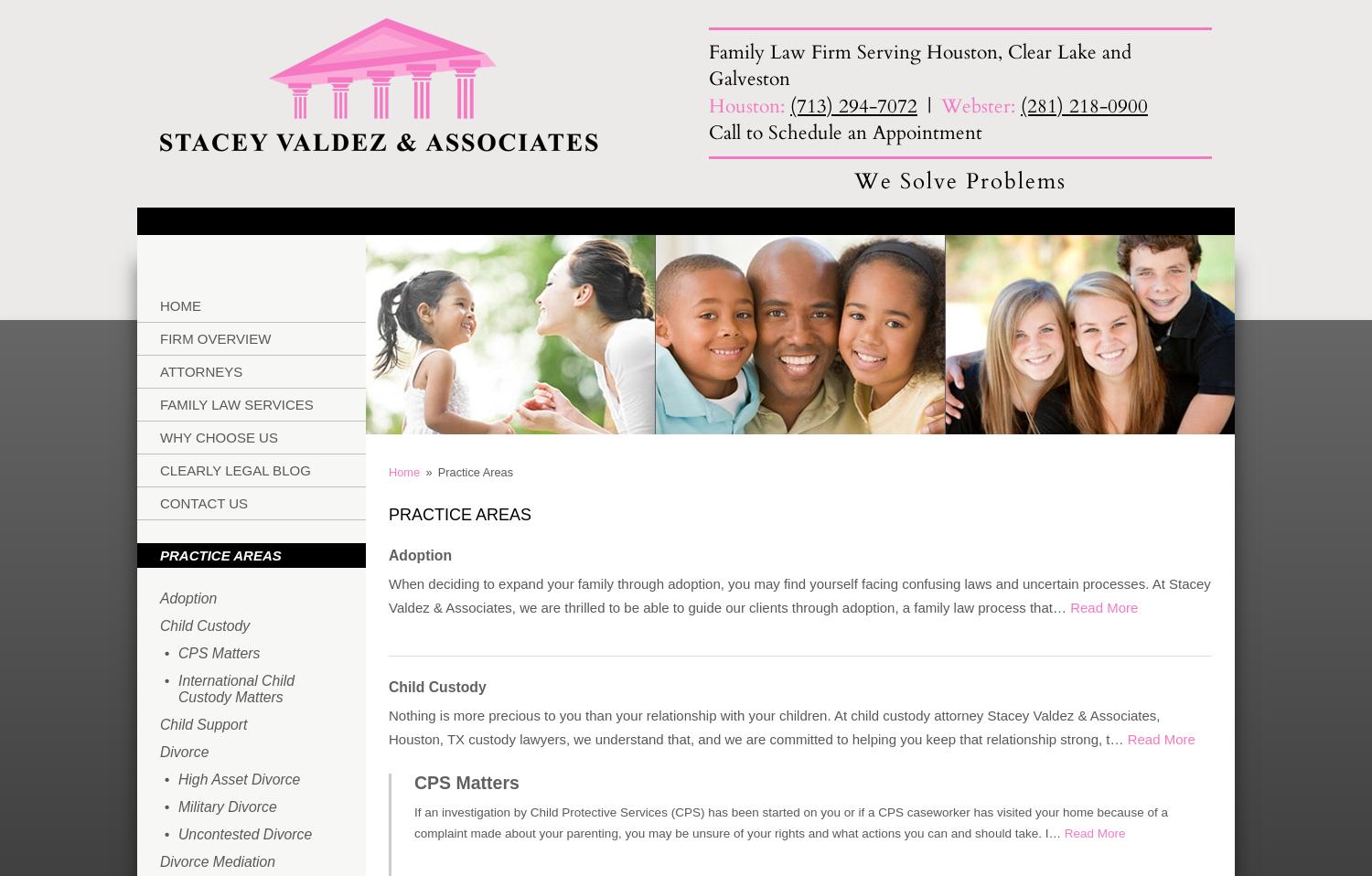  Describe the element at coordinates (236, 403) in the screenshot. I see `'Family Law Services'` at that location.